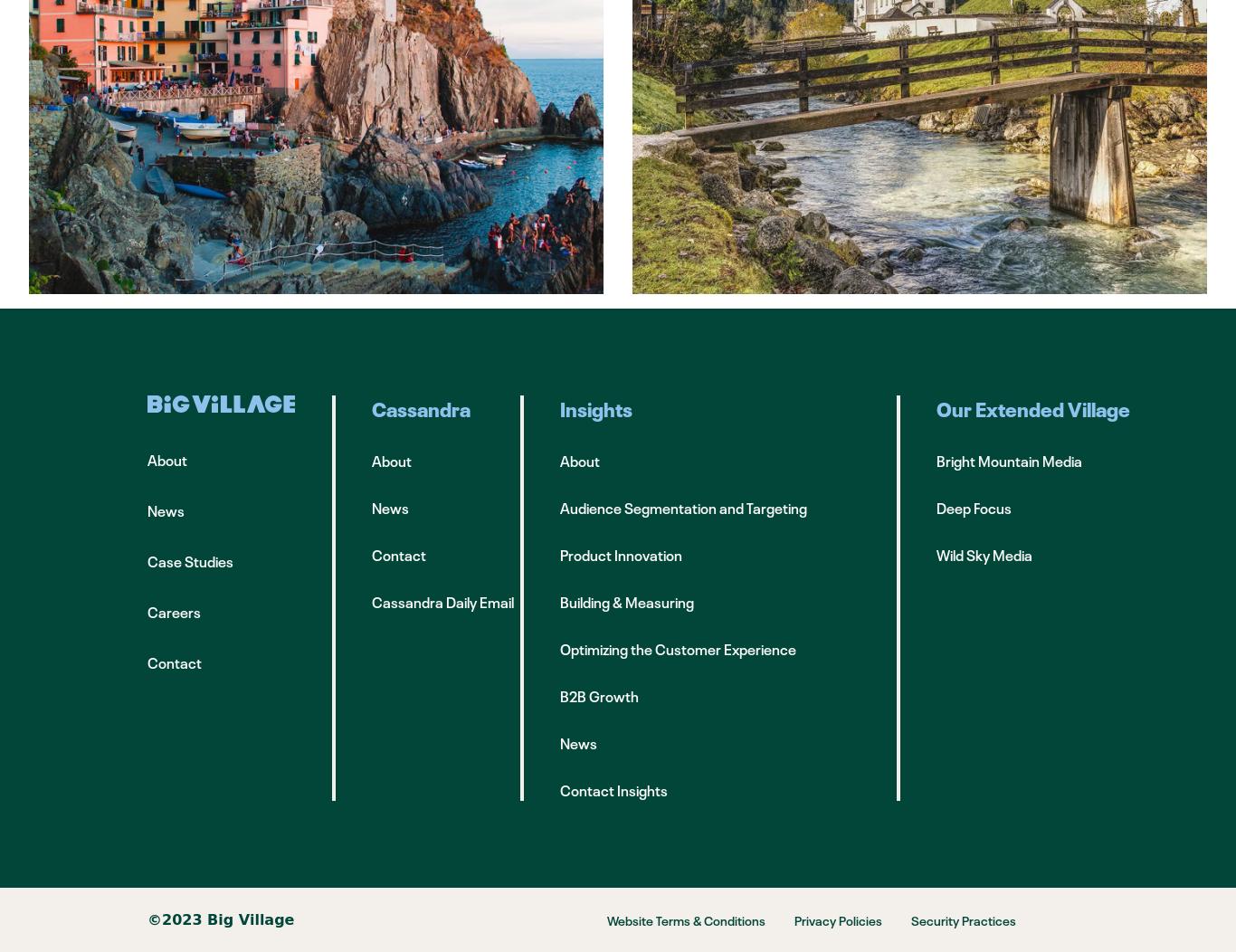 Image resolution: width=1236 pixels, height=952 pixels. What do you see at coordinates (984, 554) in the screenshot?
I see `'Wild Sky Media'` at bounding box center [984, 554].